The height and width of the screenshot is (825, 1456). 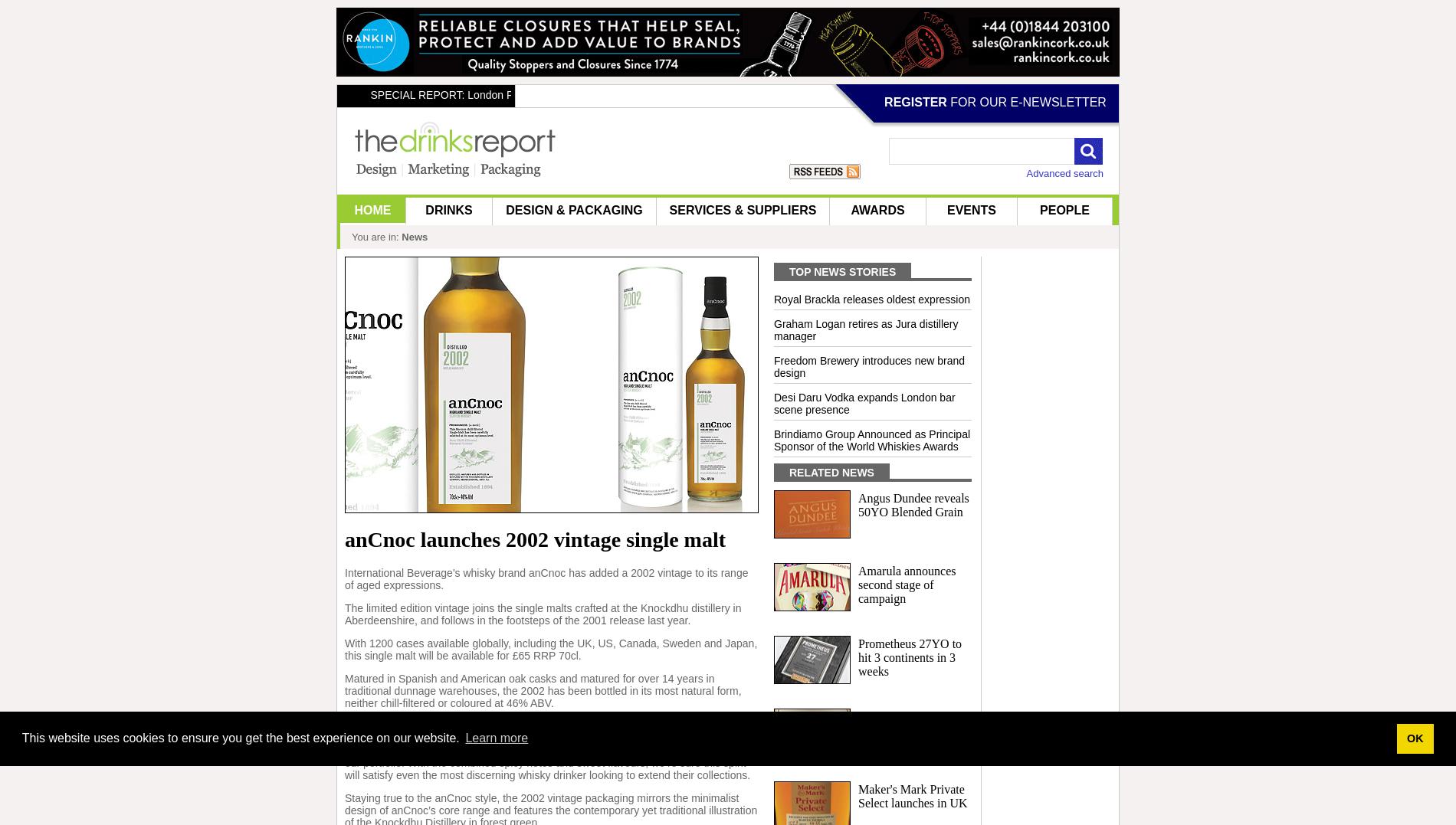 What do you see at coordinates (858, 584) in the screenshot?
I see `'Amarula announces second stage of campaign'` at bounding box center [858, 584].